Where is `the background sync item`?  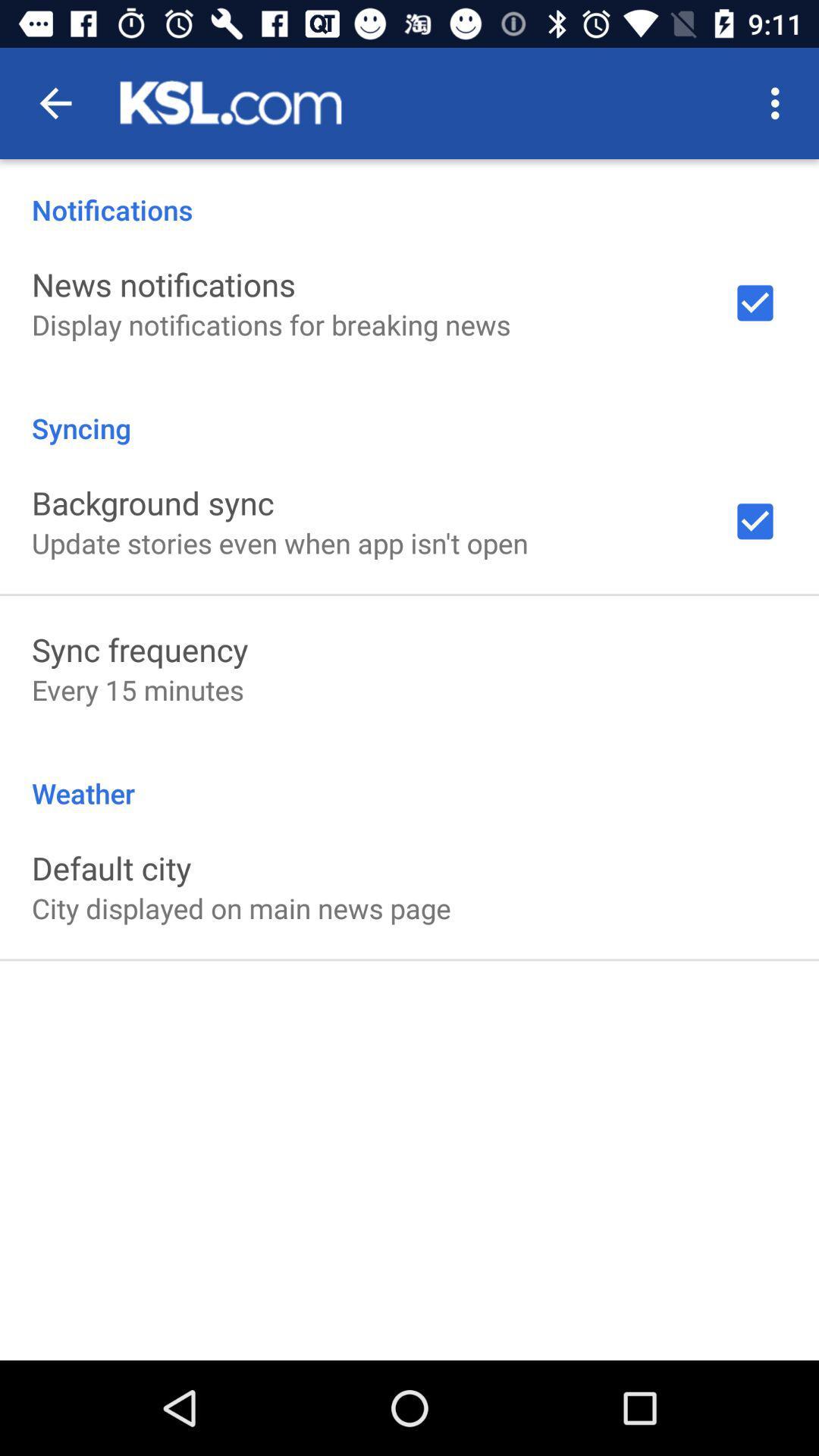 the background sync item is located at coordinates (152, 502).